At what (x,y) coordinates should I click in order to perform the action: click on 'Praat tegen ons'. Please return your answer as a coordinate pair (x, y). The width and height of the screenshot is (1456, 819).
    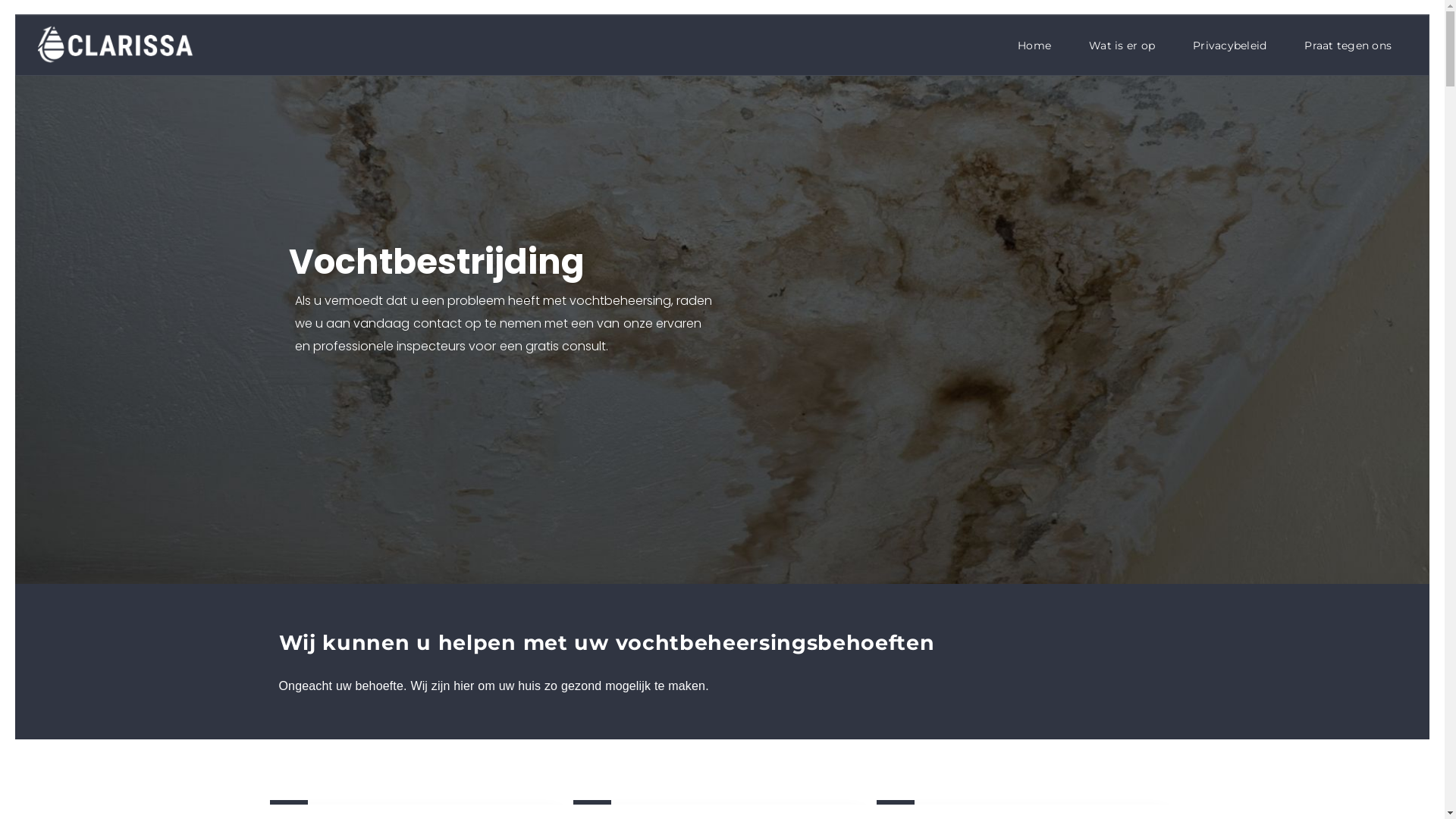
    Looking at the image, I should click on (1348, 45).